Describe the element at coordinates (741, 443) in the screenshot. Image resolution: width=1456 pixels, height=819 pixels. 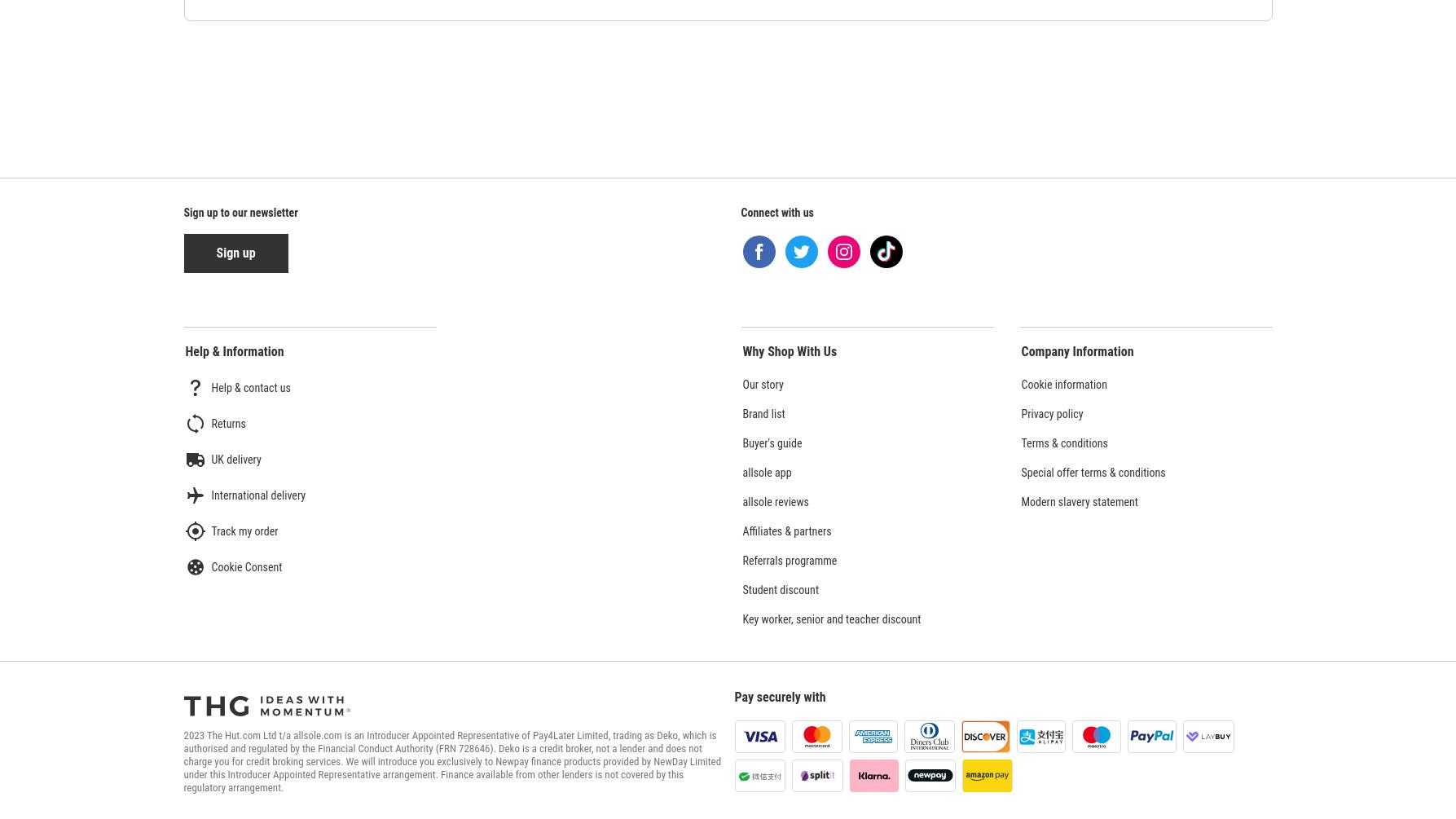
I see `'Buyer's guide'` at that location.